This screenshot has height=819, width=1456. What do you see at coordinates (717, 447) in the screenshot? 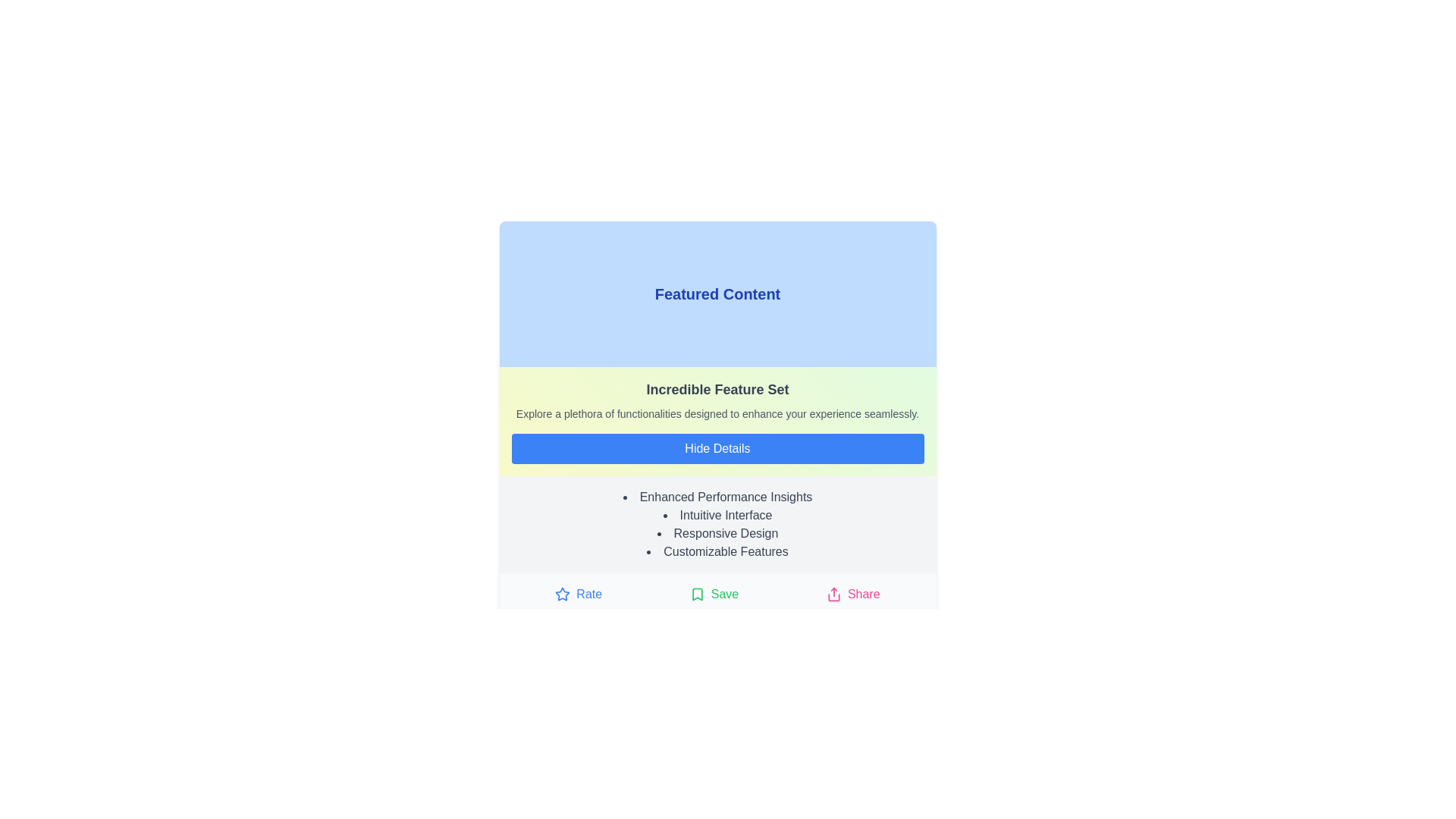
I see `the button labeled 'Hide Details' which has a blue background and rounded corners, positioned below the text 'Explore a plethora of functionalities designed to enhance your experience seamlessly'` at bounding box center [717, 447].